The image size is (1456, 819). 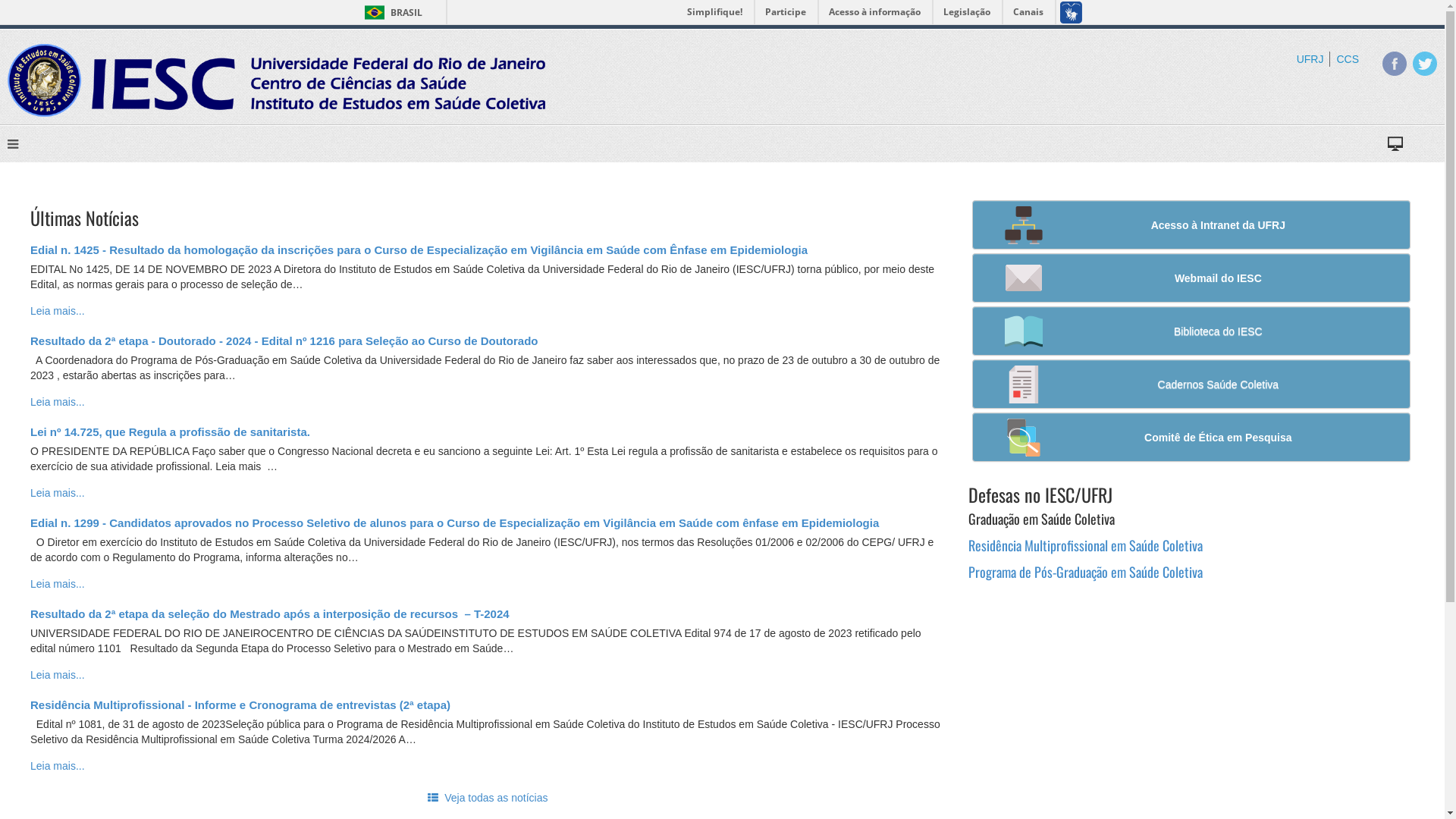 What do you see at coordinates (1295, 58) in the screenshot?
I see `'UFRJ'` at bounding box center [1295, 58].